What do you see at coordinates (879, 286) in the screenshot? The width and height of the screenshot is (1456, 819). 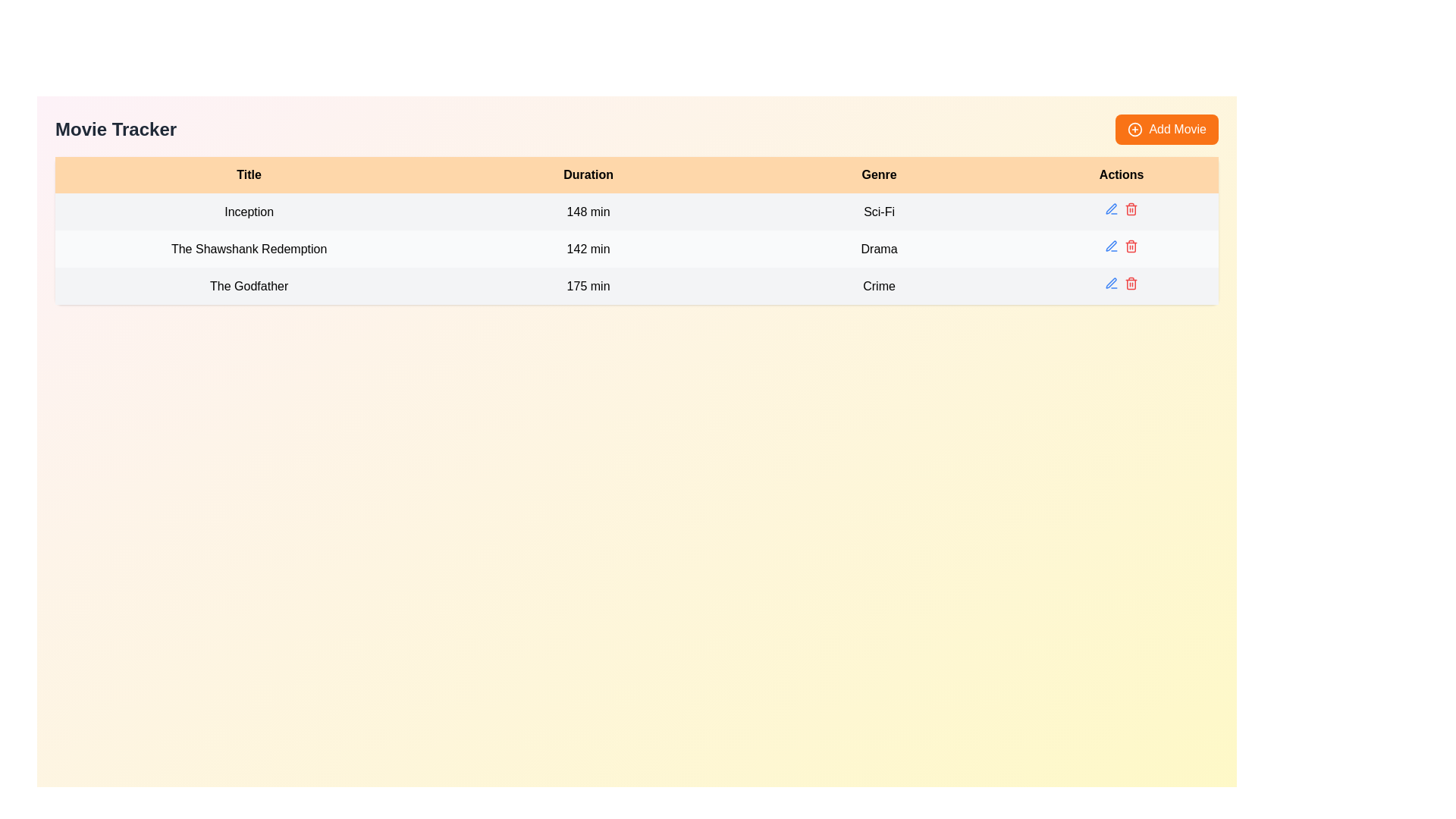 I see `the static text label displaying 'Crime', which is located in the third column of the last row under the 'Genre' header for the movie 'The Godfather'` at bounding box center [879, 286].